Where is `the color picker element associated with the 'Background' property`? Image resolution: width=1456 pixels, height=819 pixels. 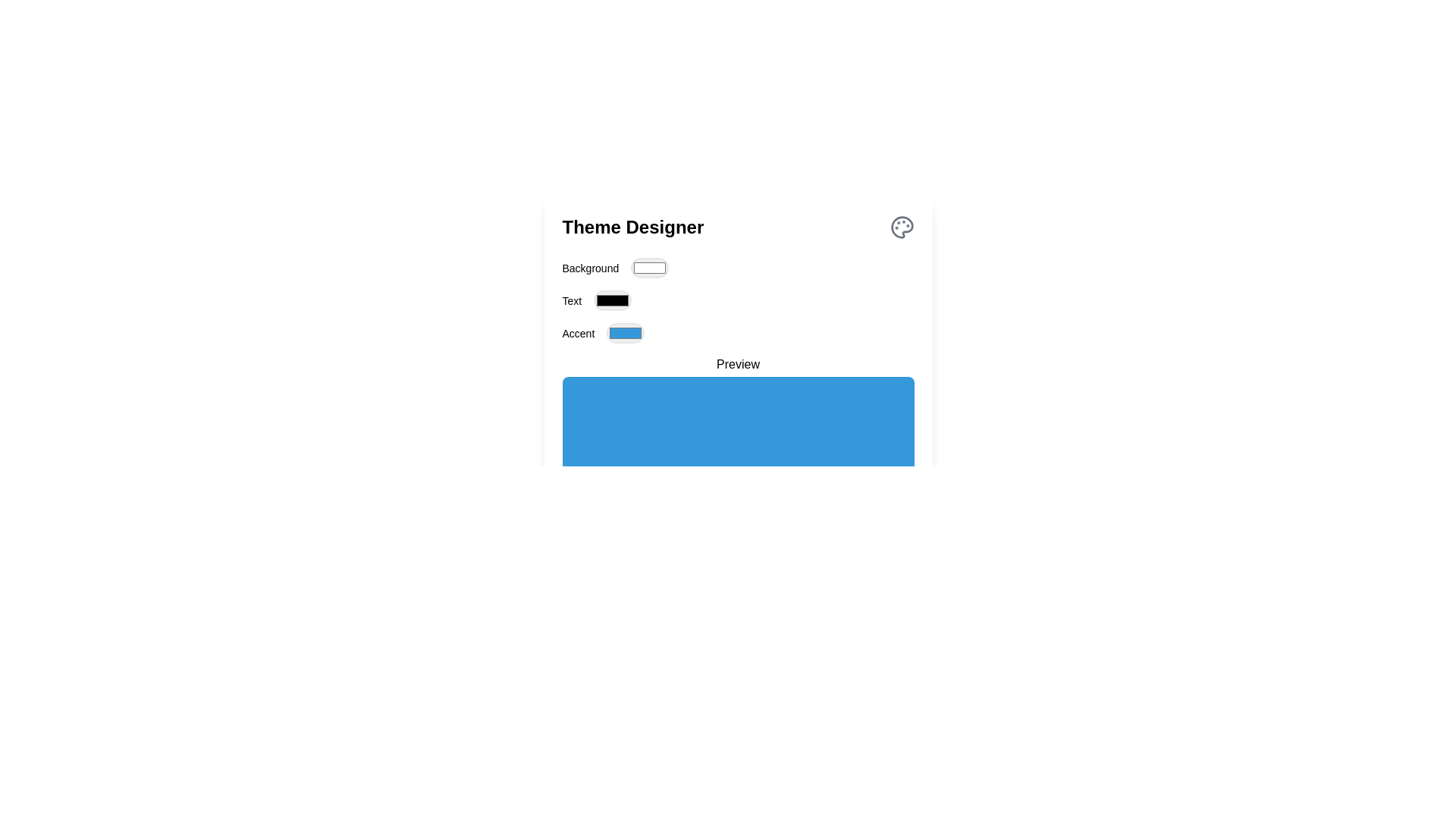
the color picker element associated with the 'Background' property is located at coordinates (738, 267).